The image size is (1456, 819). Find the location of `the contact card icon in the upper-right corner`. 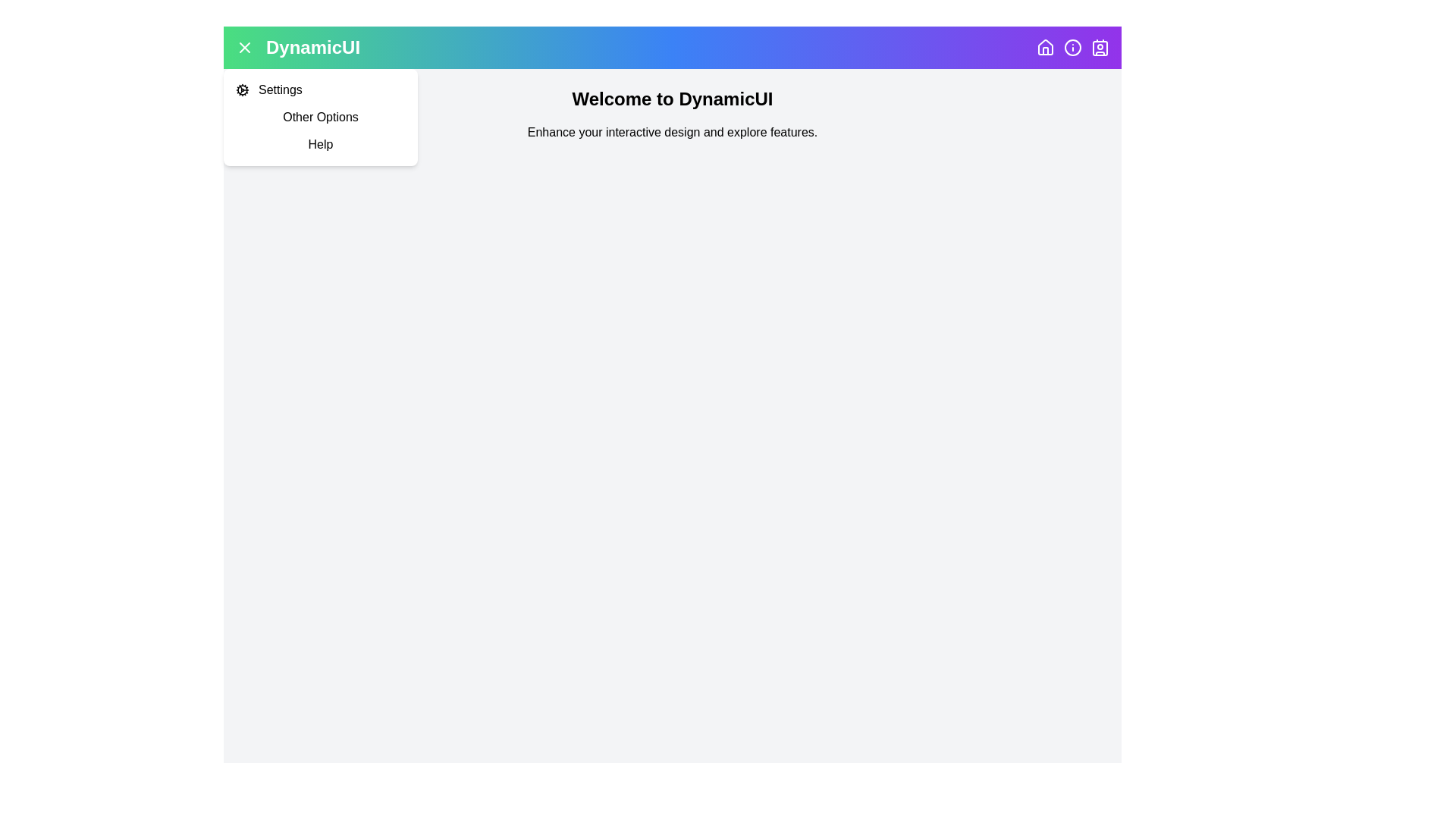

the contact card icon in the upper-right corner is located at coordinates (1100, 46).